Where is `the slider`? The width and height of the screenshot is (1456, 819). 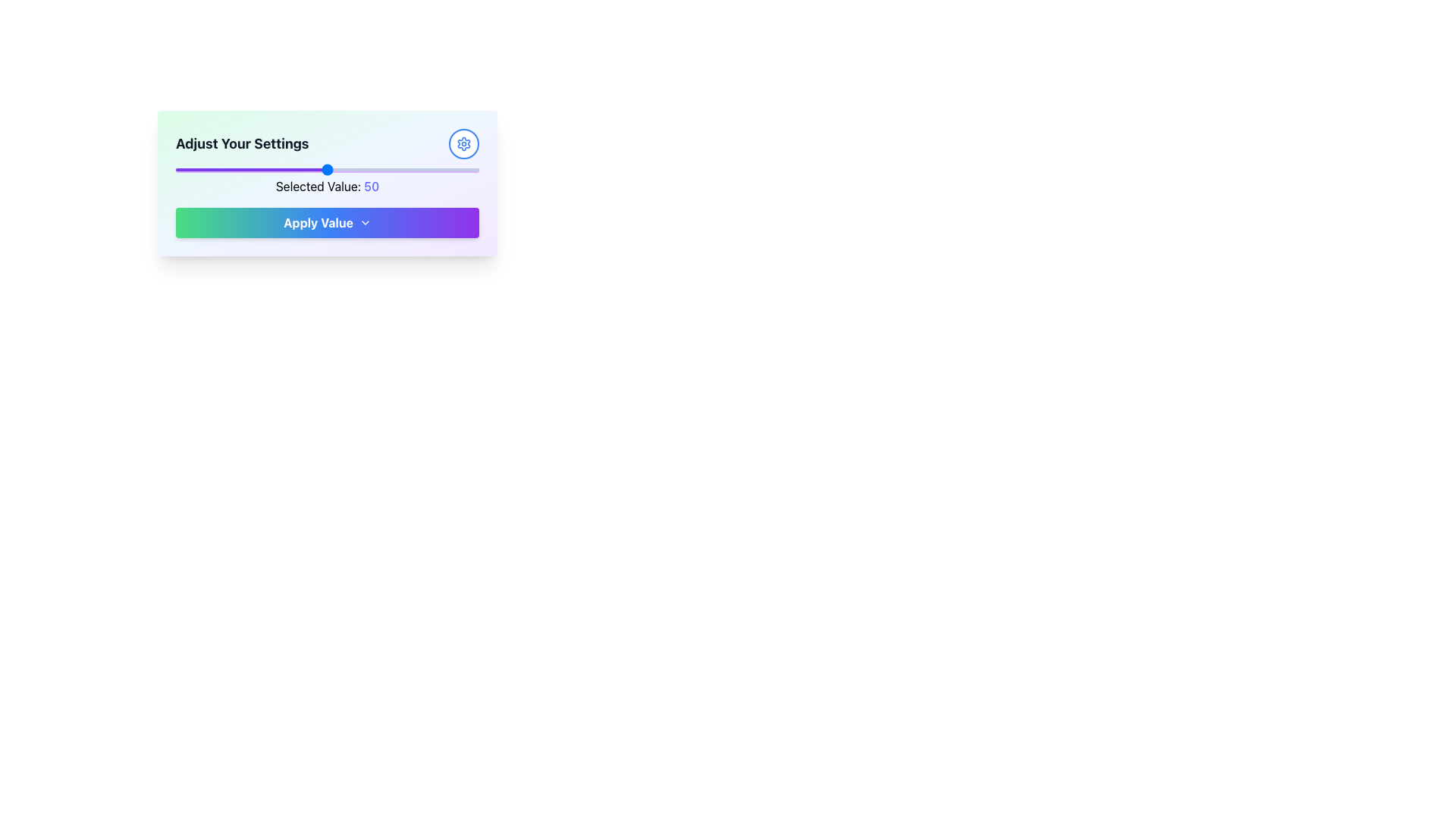 the slider is located at coordinates (318, 169).